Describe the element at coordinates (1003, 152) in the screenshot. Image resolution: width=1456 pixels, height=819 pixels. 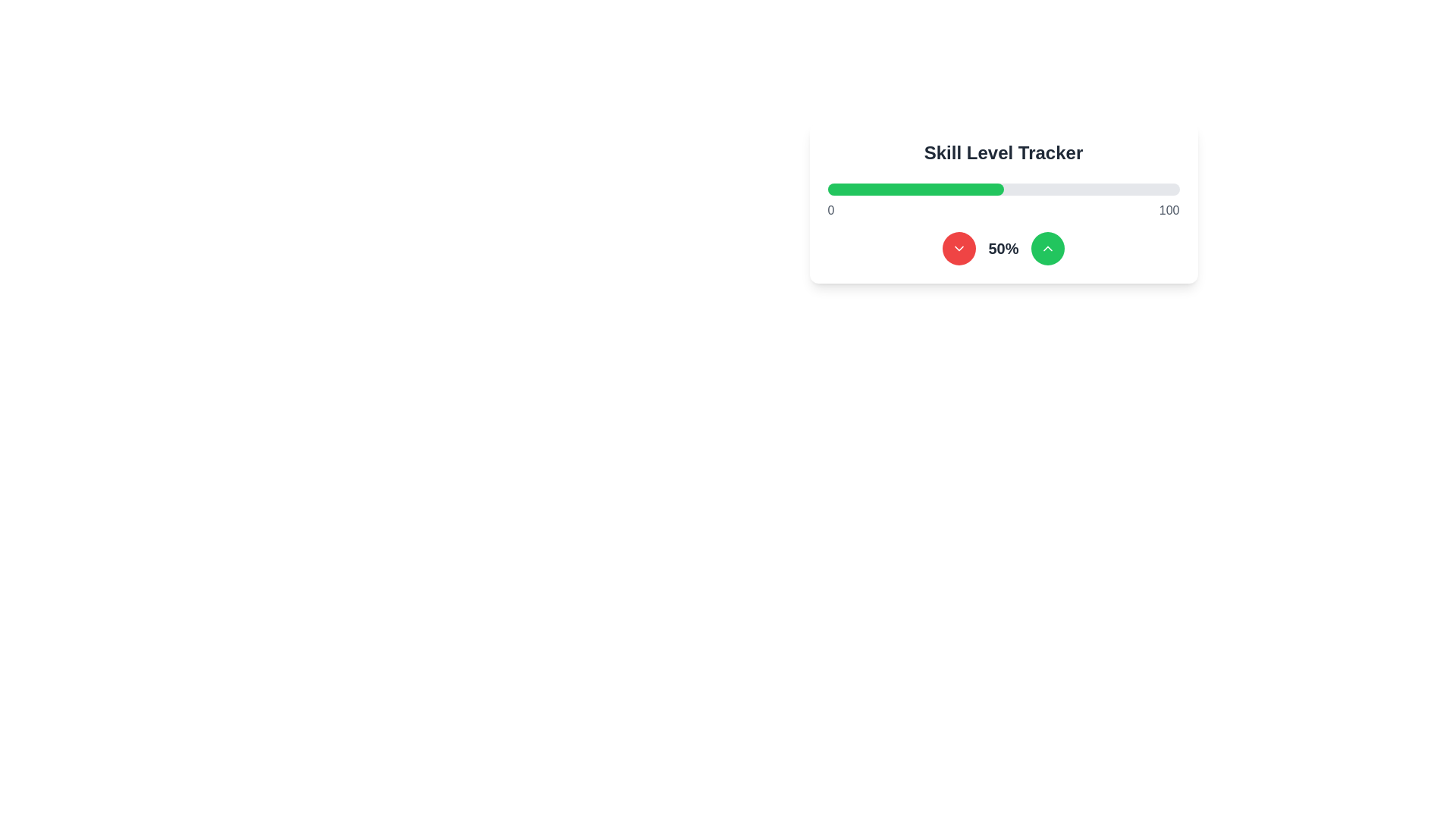
I see `static text element functioning as the title for the 'Skill Level Tracker', which is positioned at the top of a card with a white background` at that location.